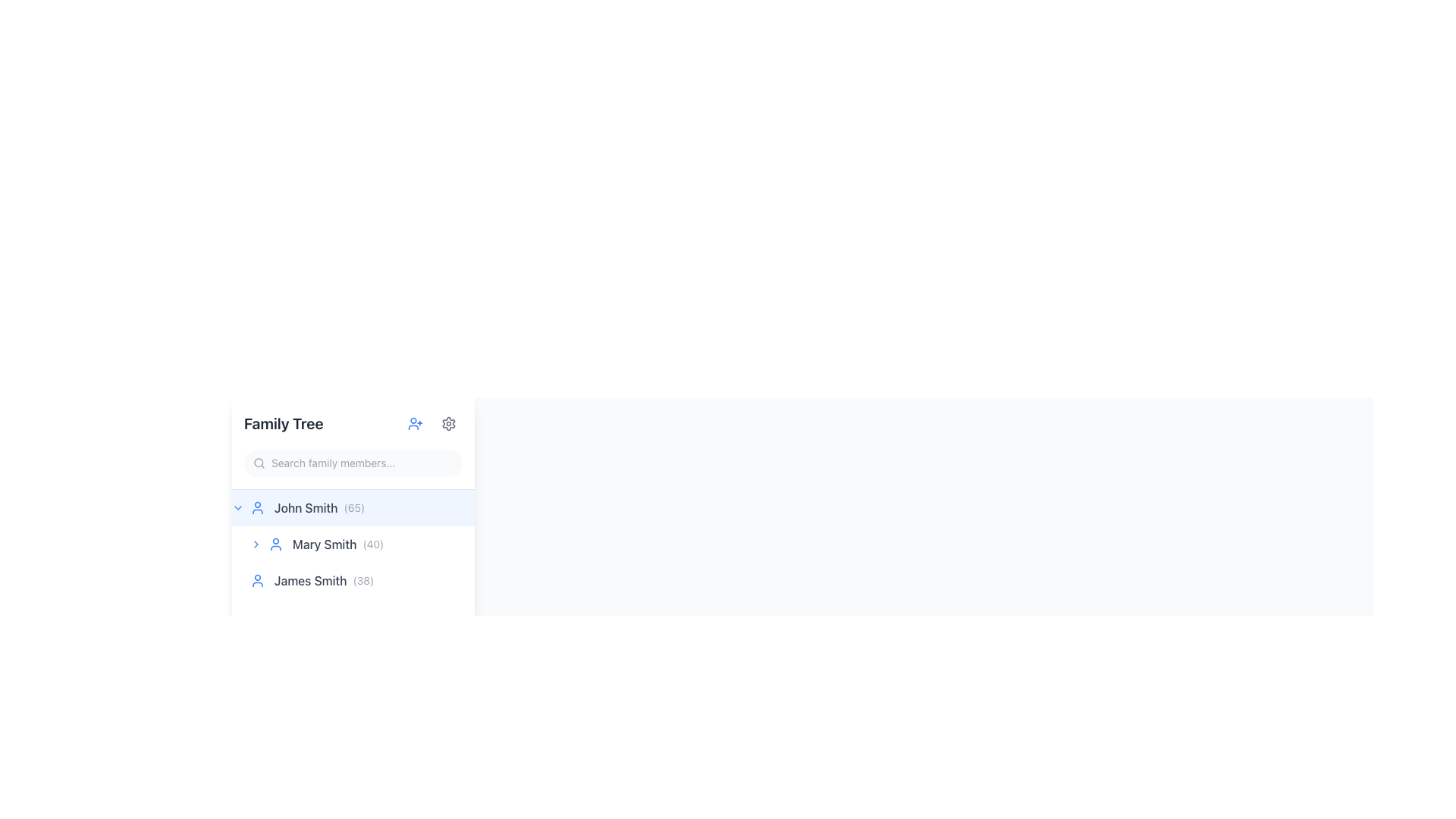  I want to click on the list item displaying the name 'Mary Smith', so click(352, 543).